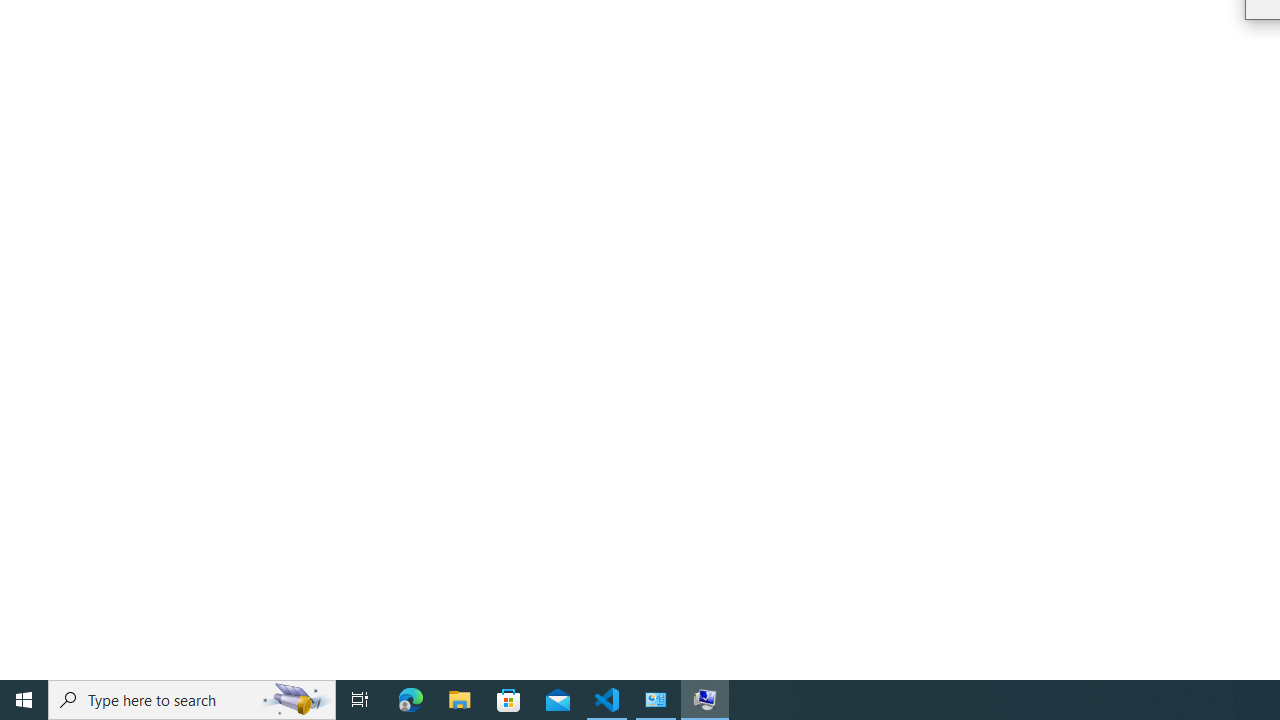  What do you see at coordinates (705, 698) in the screenshot?
I see `'System Remote Settings - 1 running window'` at bounding box center [705, 698].